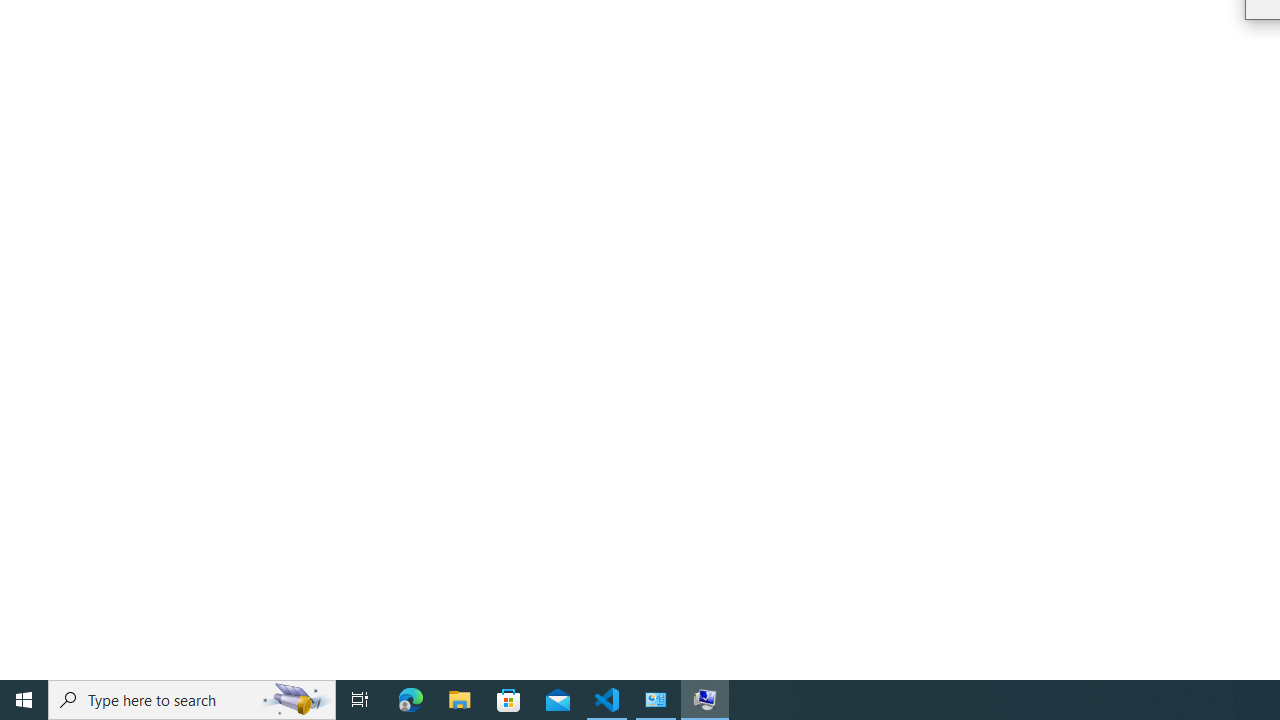  What do you see at coordinates (705, 698) in the screenshot?
I see `'System Remote Settings - 1 running window'` at bounding box center [705, 698].